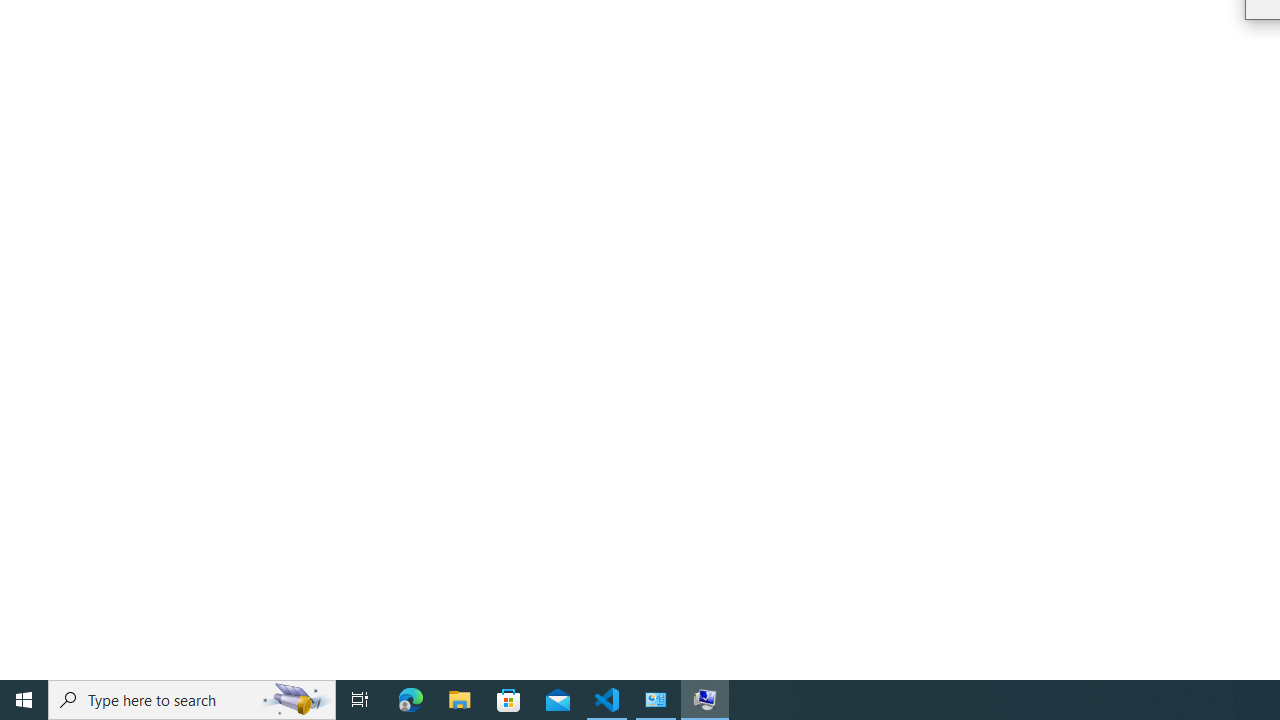  What do you see at coordinates (705, 698) in the screenshot?
I see `'System Remote Settings - 1 running window'` at bounding box center [705, 698].